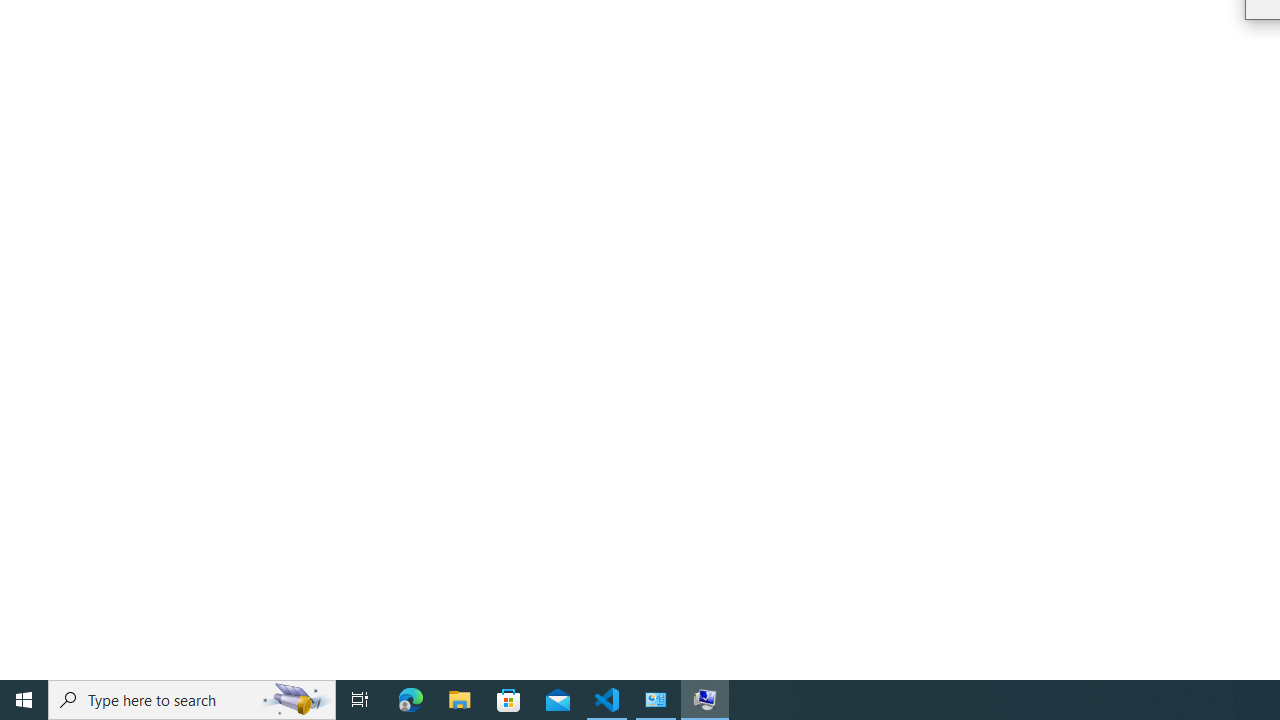  What do you see at coordinates (705, 698) in the screenshot?
I see `'System Remote Settings - 1 running window'` at bounding box center [705, 698].